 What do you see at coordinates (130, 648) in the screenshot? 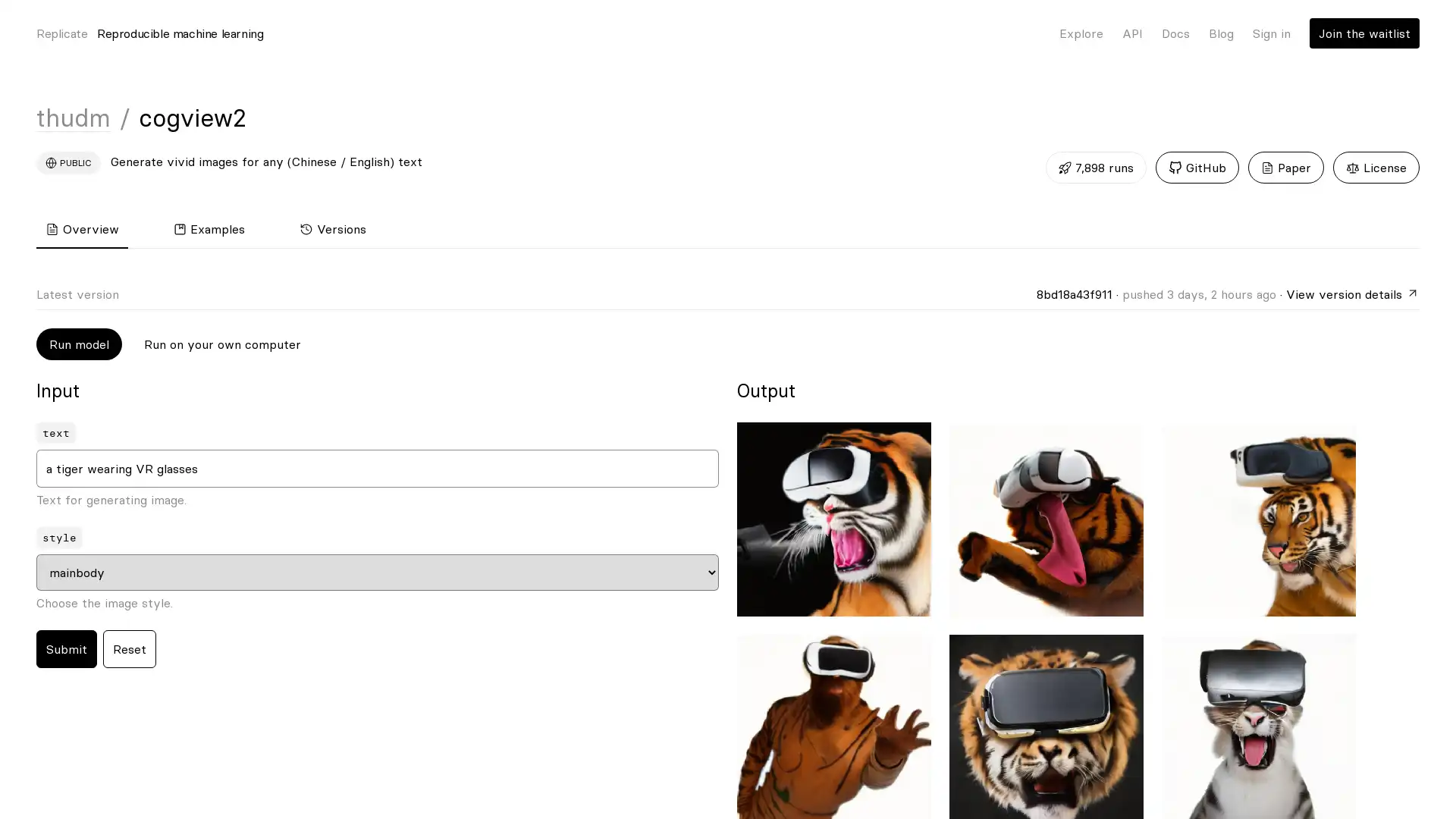
I see `Reset` at bounding box center [130, 648].